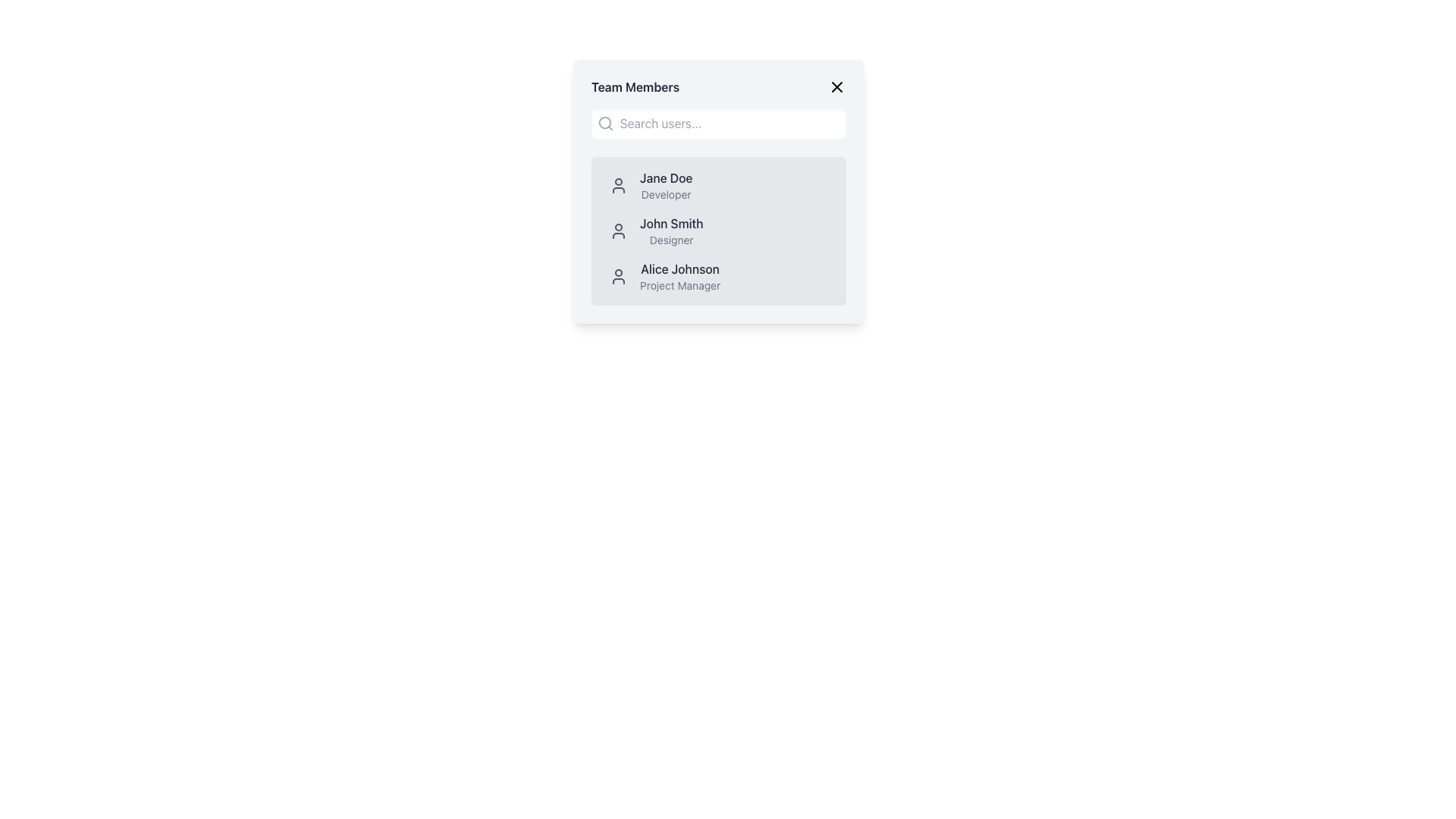  I want to click on the text block displaying 'Alice Johnson, Project Manager' in the user list of 'Team Members', so click(679, 277).